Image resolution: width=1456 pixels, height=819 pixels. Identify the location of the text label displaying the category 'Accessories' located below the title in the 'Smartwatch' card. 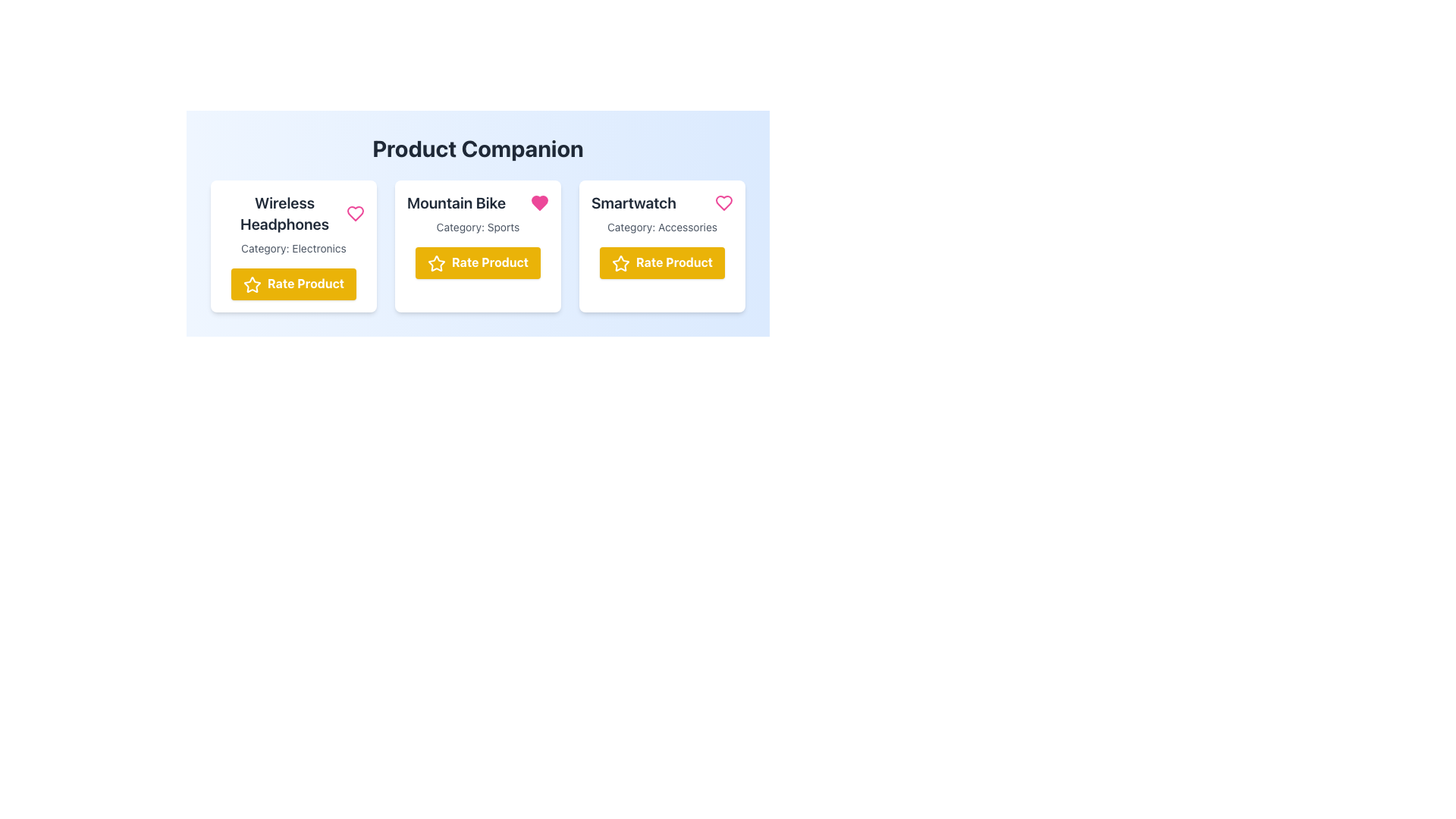
(662, 227).